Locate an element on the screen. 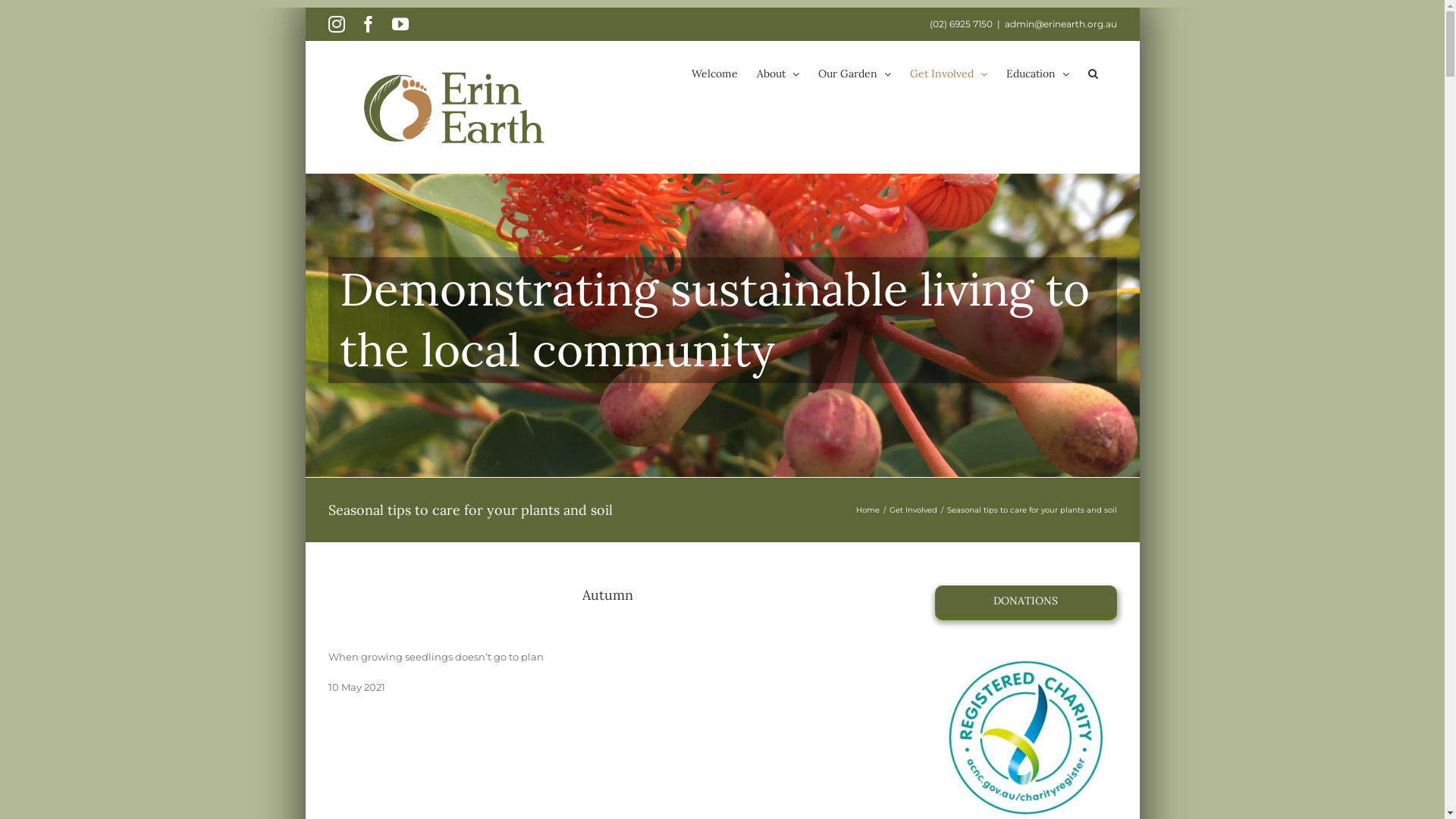 The width and height of the screenshot is (1456, 819). 'About' is located at coordinates (757, 73).